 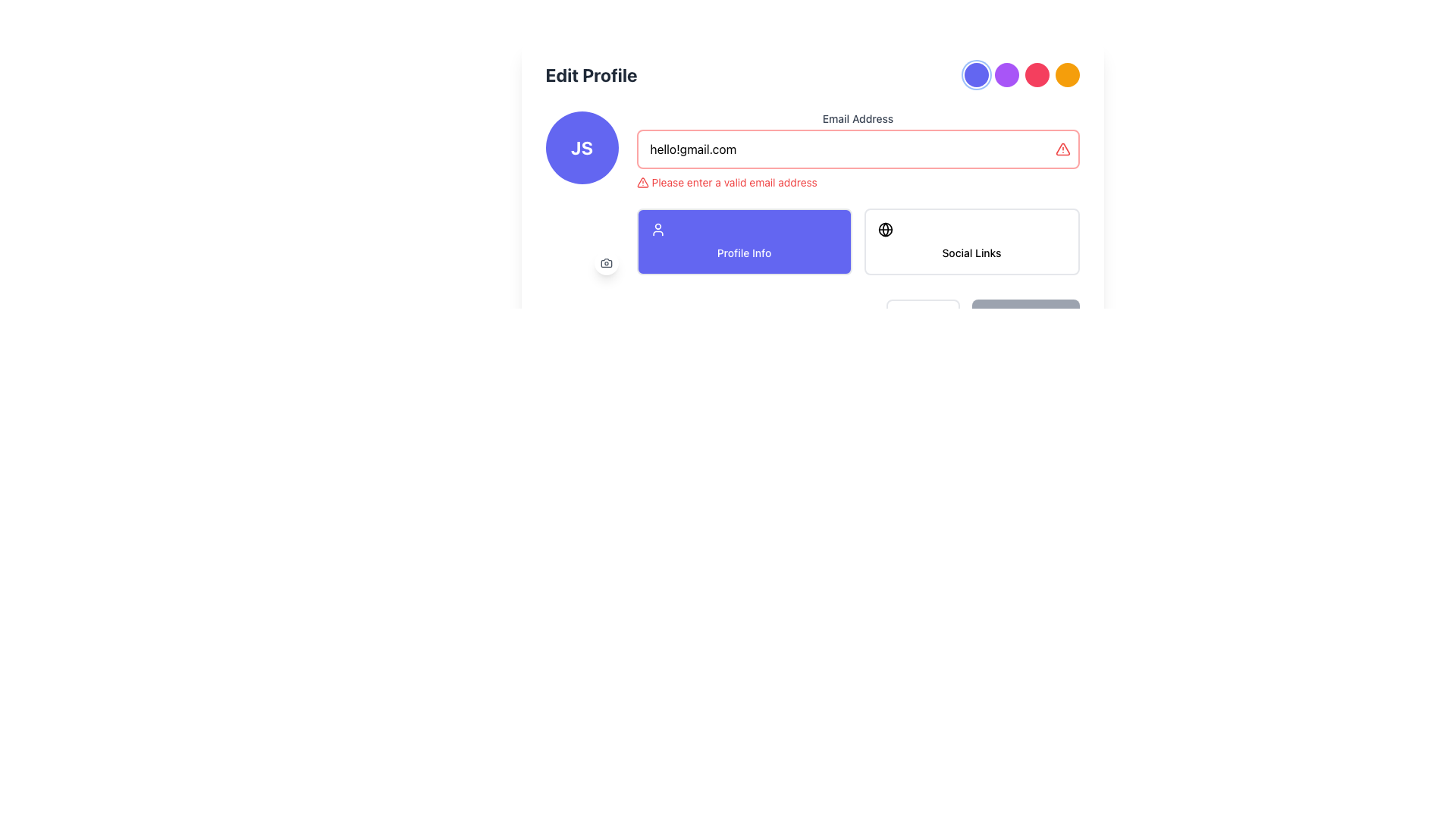 What do you see at coordinates (1025, 314) in the screenshot?
I see `the 'Save Changes' button, which has a light gray background, white text, and is located at the bottom-right corner of the interface, despite it being in a disabled state` at bounding box center [1025, 314].